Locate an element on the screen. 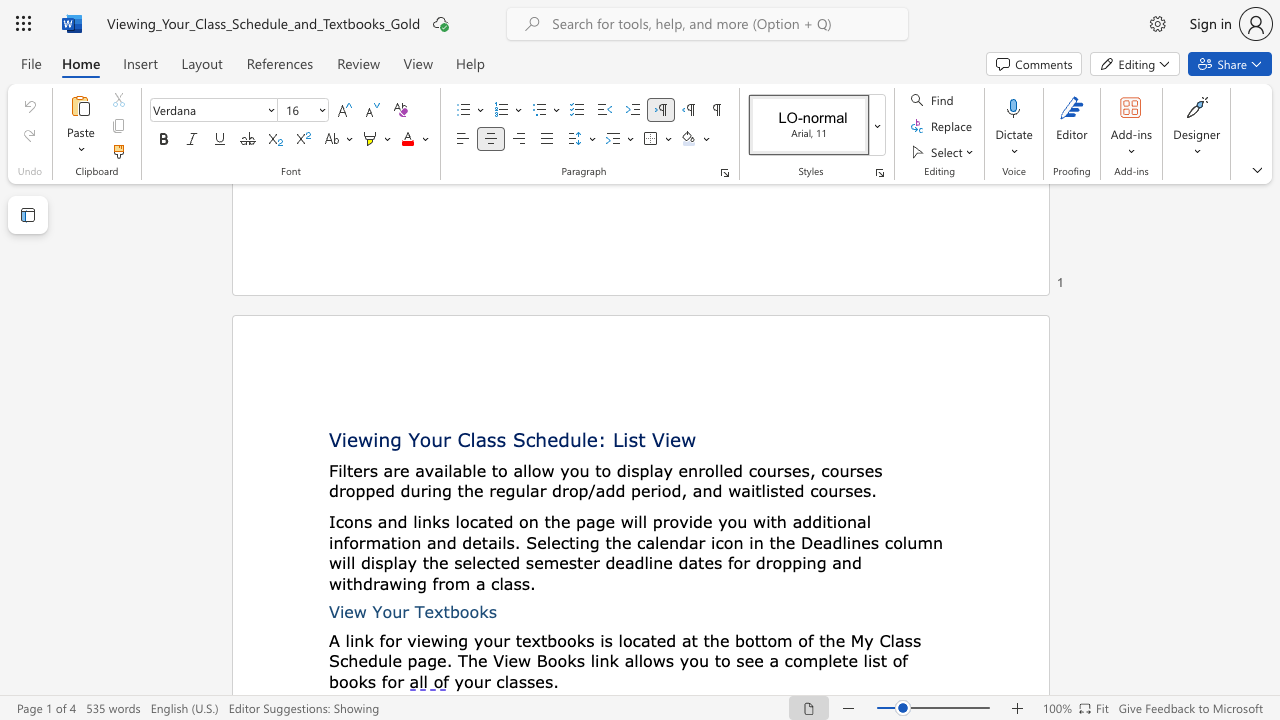 The image size is (1280, 720). the subset text "able to allow you to displa" within the text "Filters are available to allow you to display enrolled courses, courses dropped during the regular drop/add period, and waitlisted courses." is located at coordinates (451, 470).